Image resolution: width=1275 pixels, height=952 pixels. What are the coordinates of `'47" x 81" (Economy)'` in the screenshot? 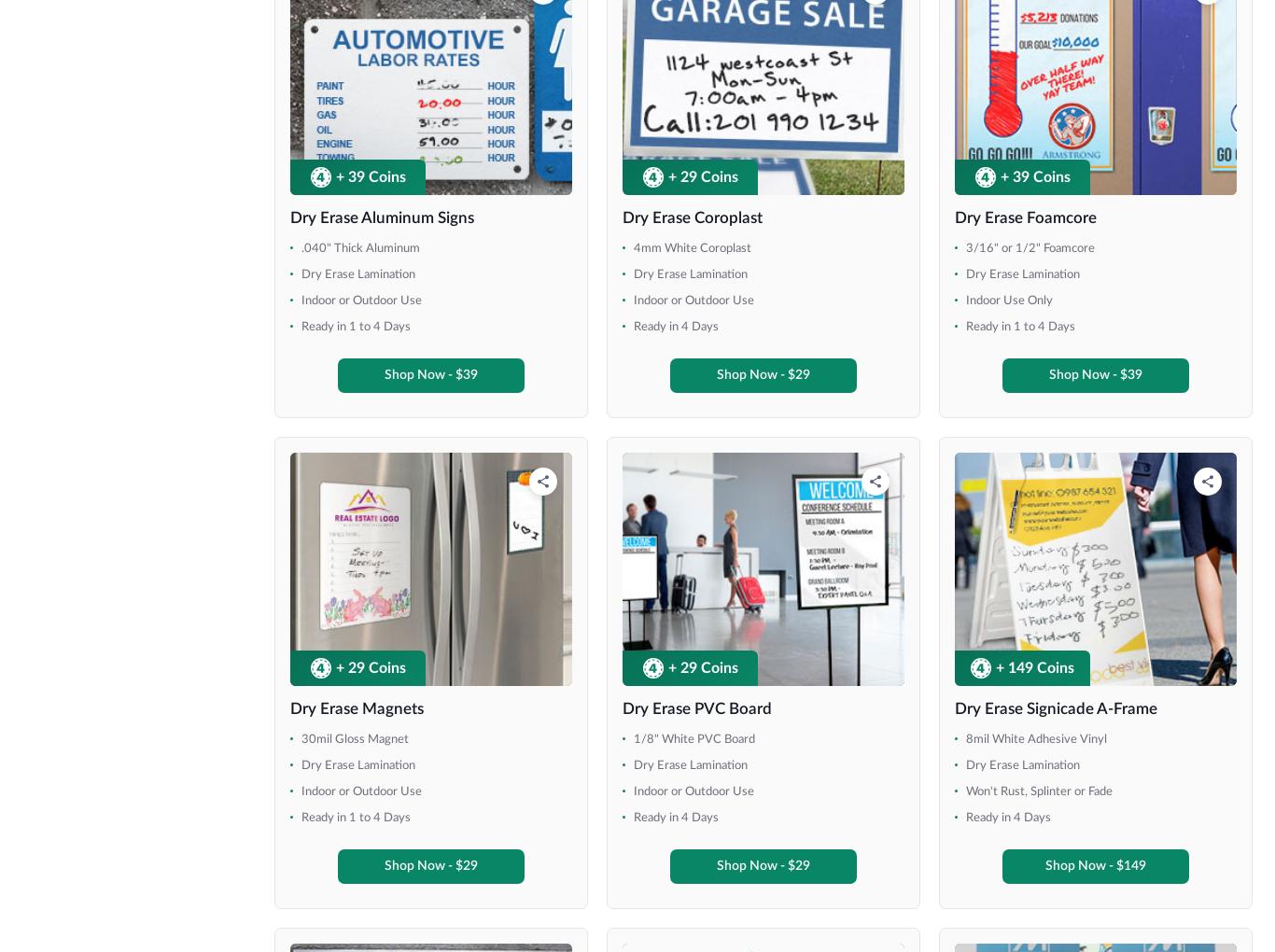 It's located at (108, 758).